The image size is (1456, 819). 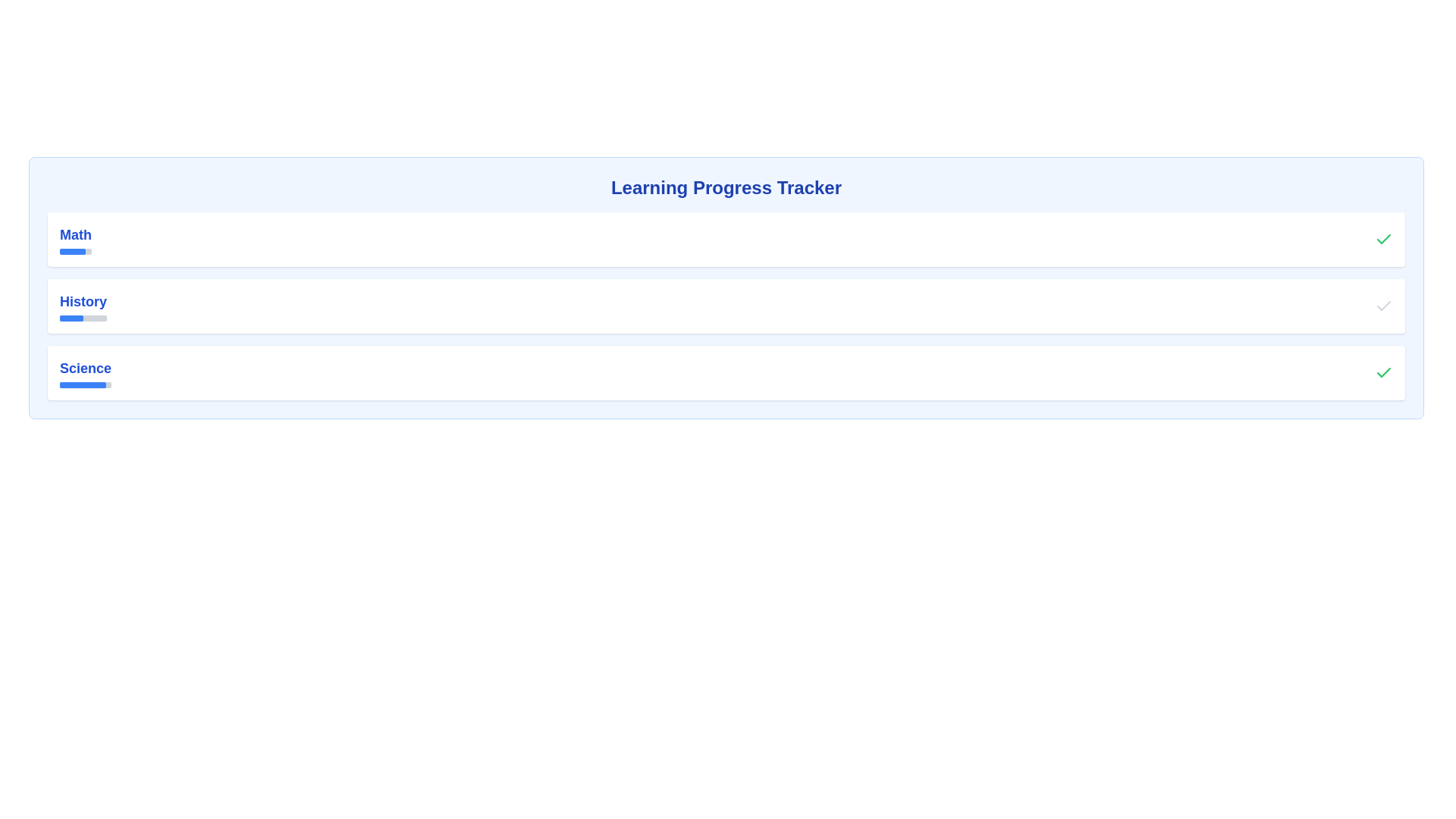 What do you see at coordinates (83, 318) in the screenshot?
I see `the Progress Bar located under the 'History' heading in the Learning Progress Tracker, which is visually represented with a filled blue portion spanning 50% of the total width` at bounding box center [83, 318].